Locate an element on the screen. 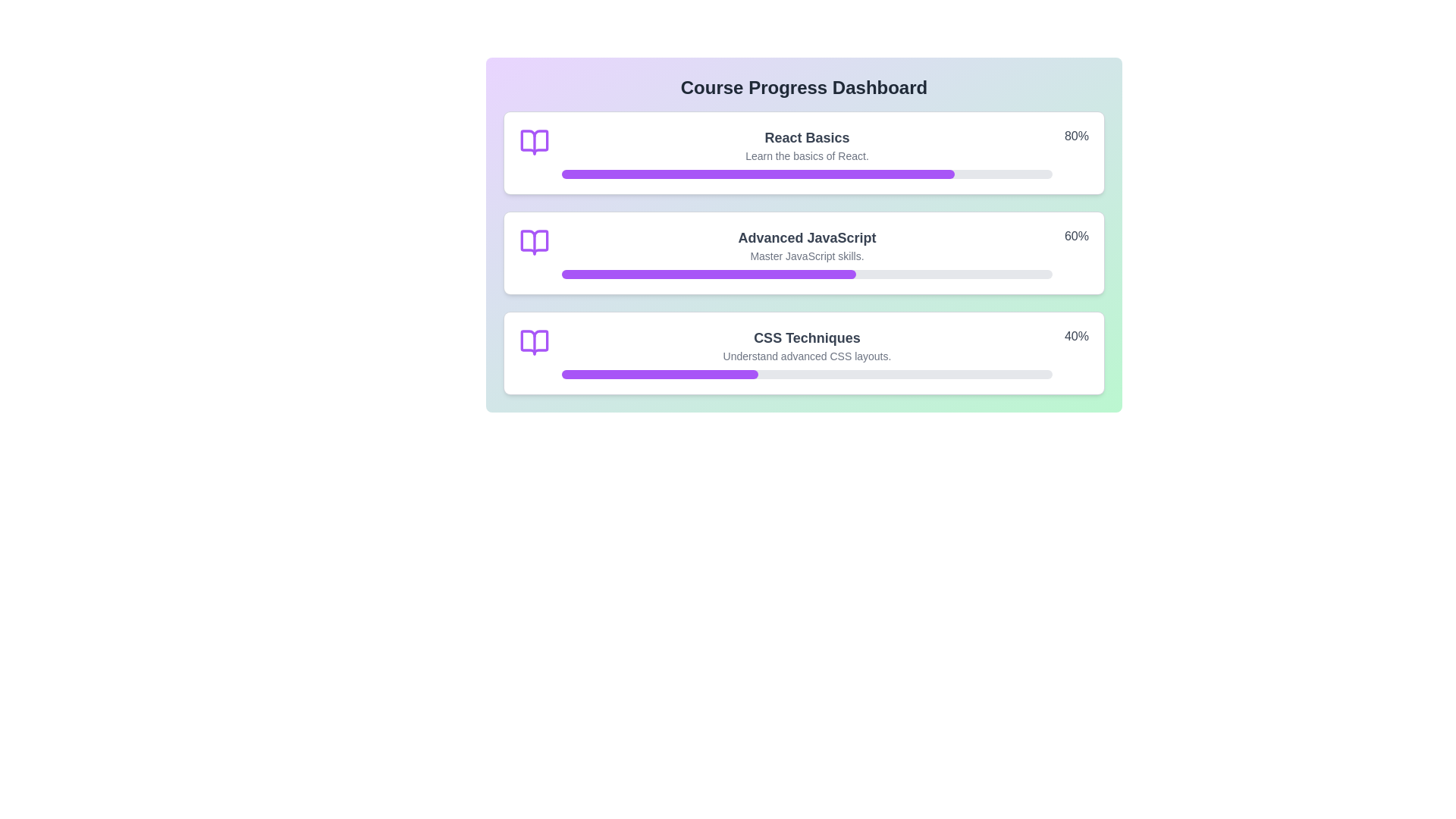  the label displaying '60%' in bold gray font, located above the purple progress bar on the right side of the progress card for 'Advanced JavaScript' is located at coordinates (1076, 237).